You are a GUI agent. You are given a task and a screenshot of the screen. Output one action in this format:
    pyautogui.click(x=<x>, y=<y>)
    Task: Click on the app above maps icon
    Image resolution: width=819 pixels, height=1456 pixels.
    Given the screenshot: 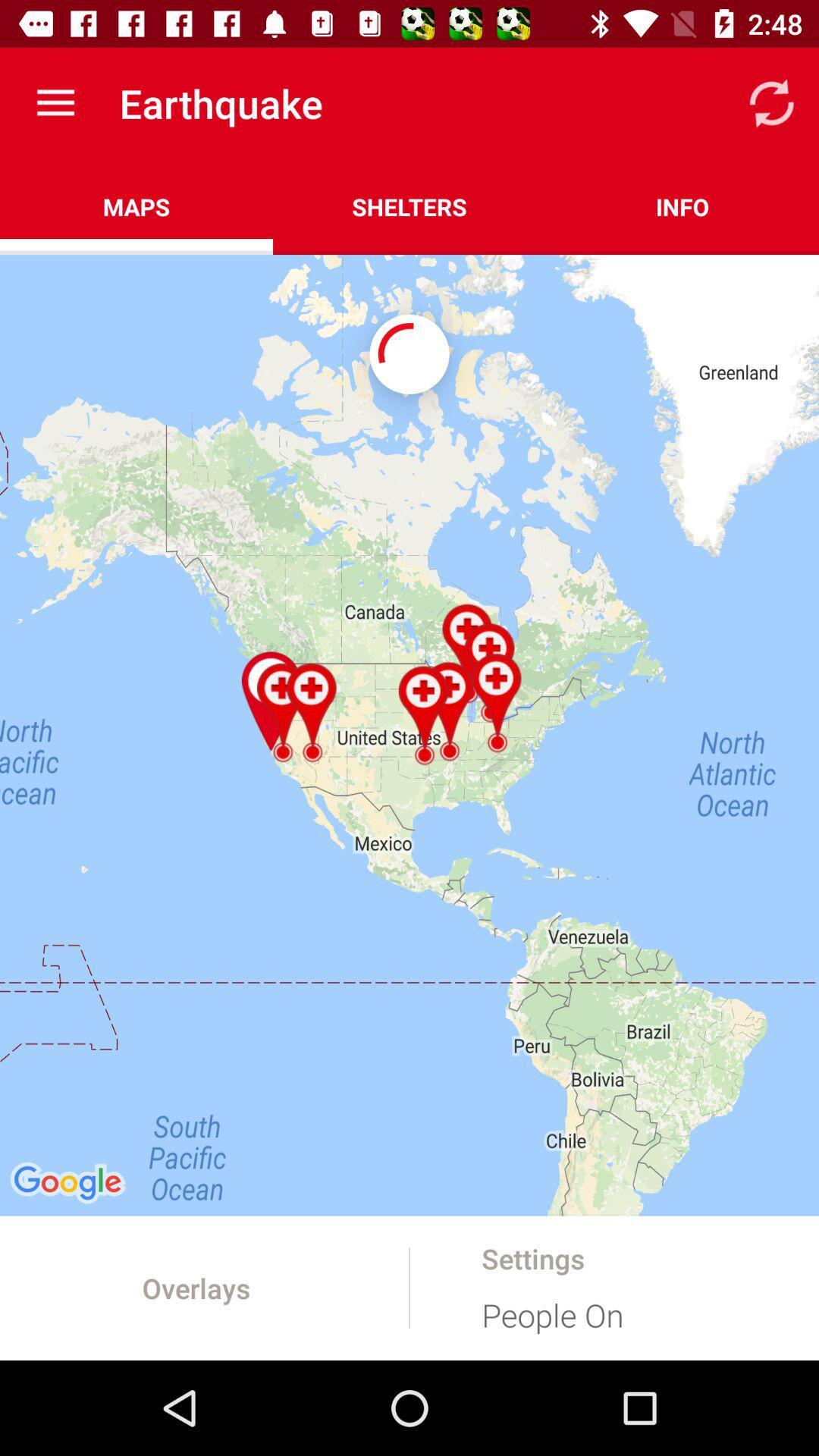 What is the action you would take?
    pyautogui.click(x=55, y=102)
    